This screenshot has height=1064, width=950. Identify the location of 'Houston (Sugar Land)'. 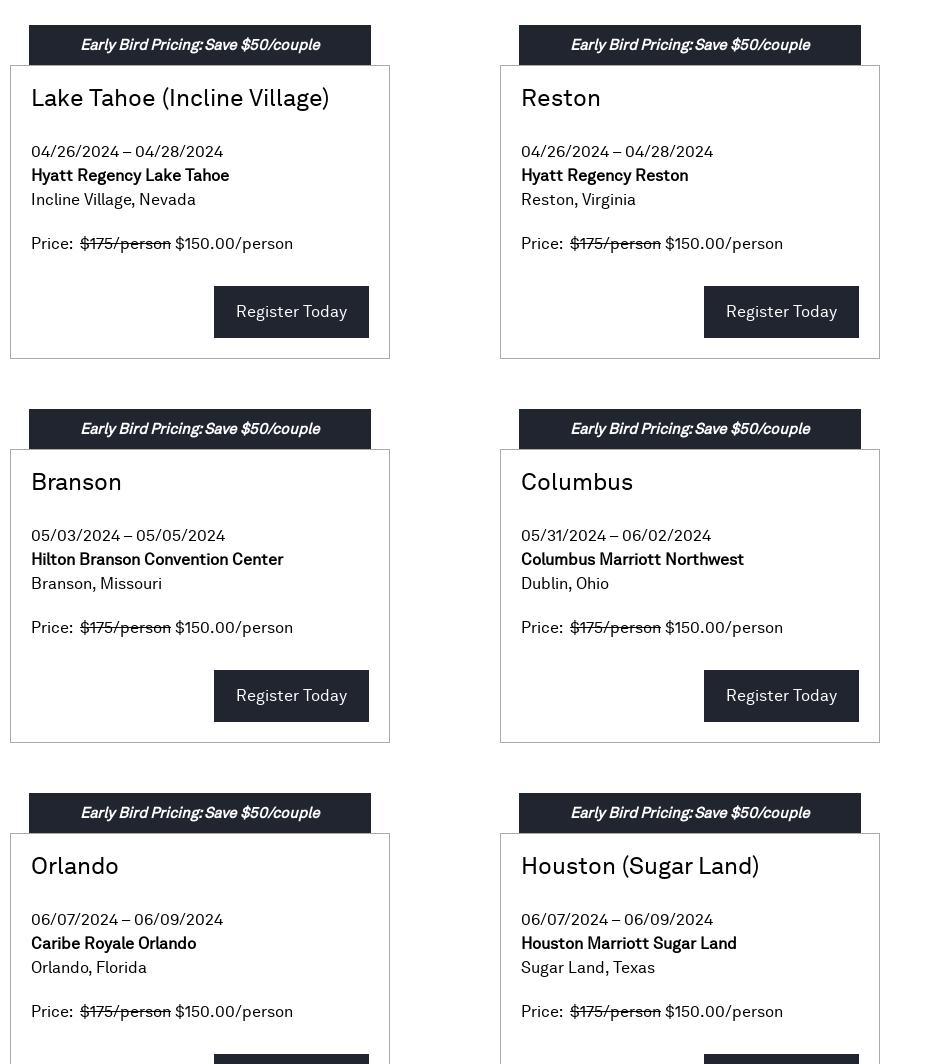
(640, 865).